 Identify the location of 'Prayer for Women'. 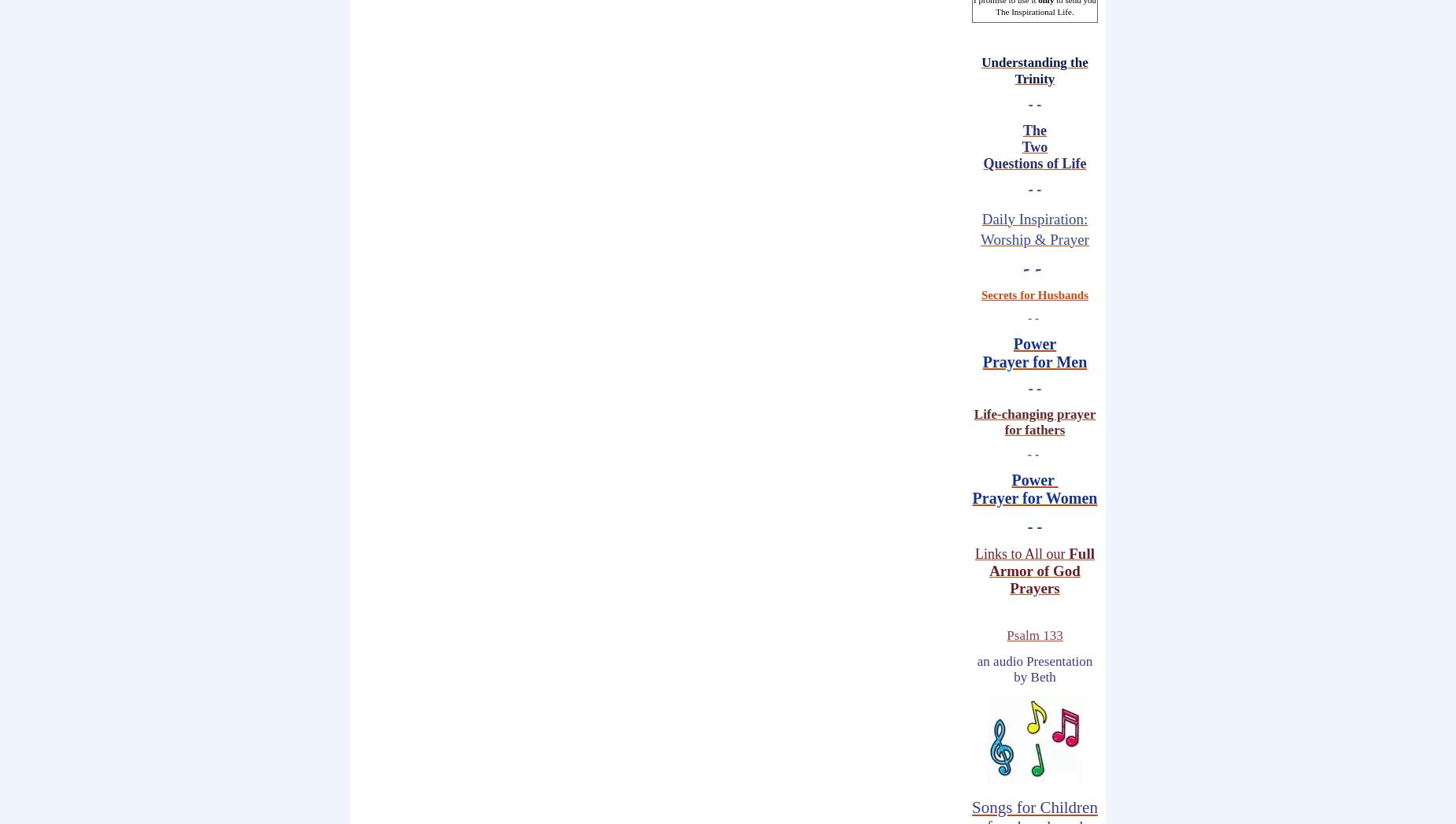
(1033, 498).